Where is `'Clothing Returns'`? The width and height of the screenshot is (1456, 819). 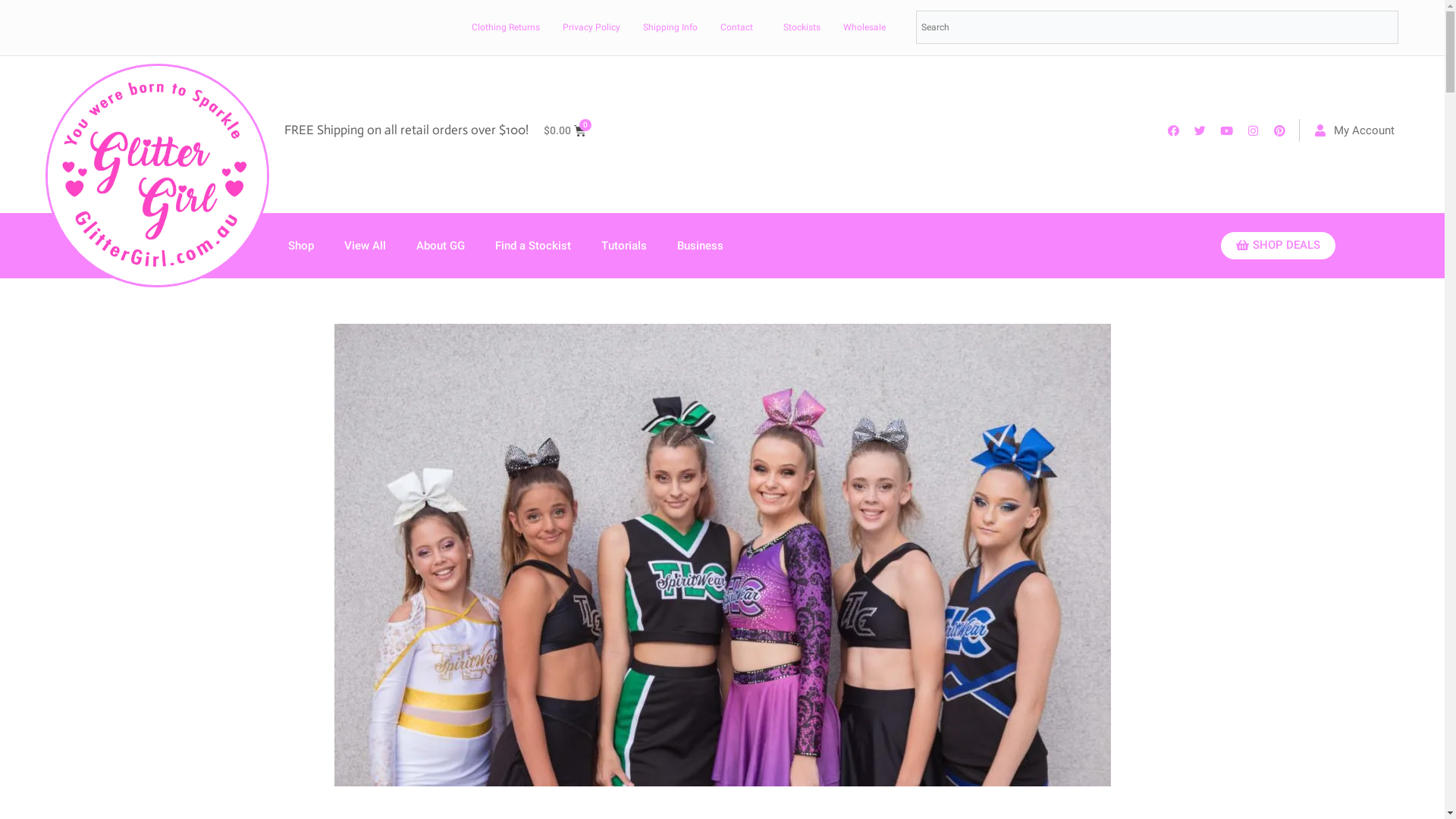 'Clothing Returns' is located at coordinates (506, 27).